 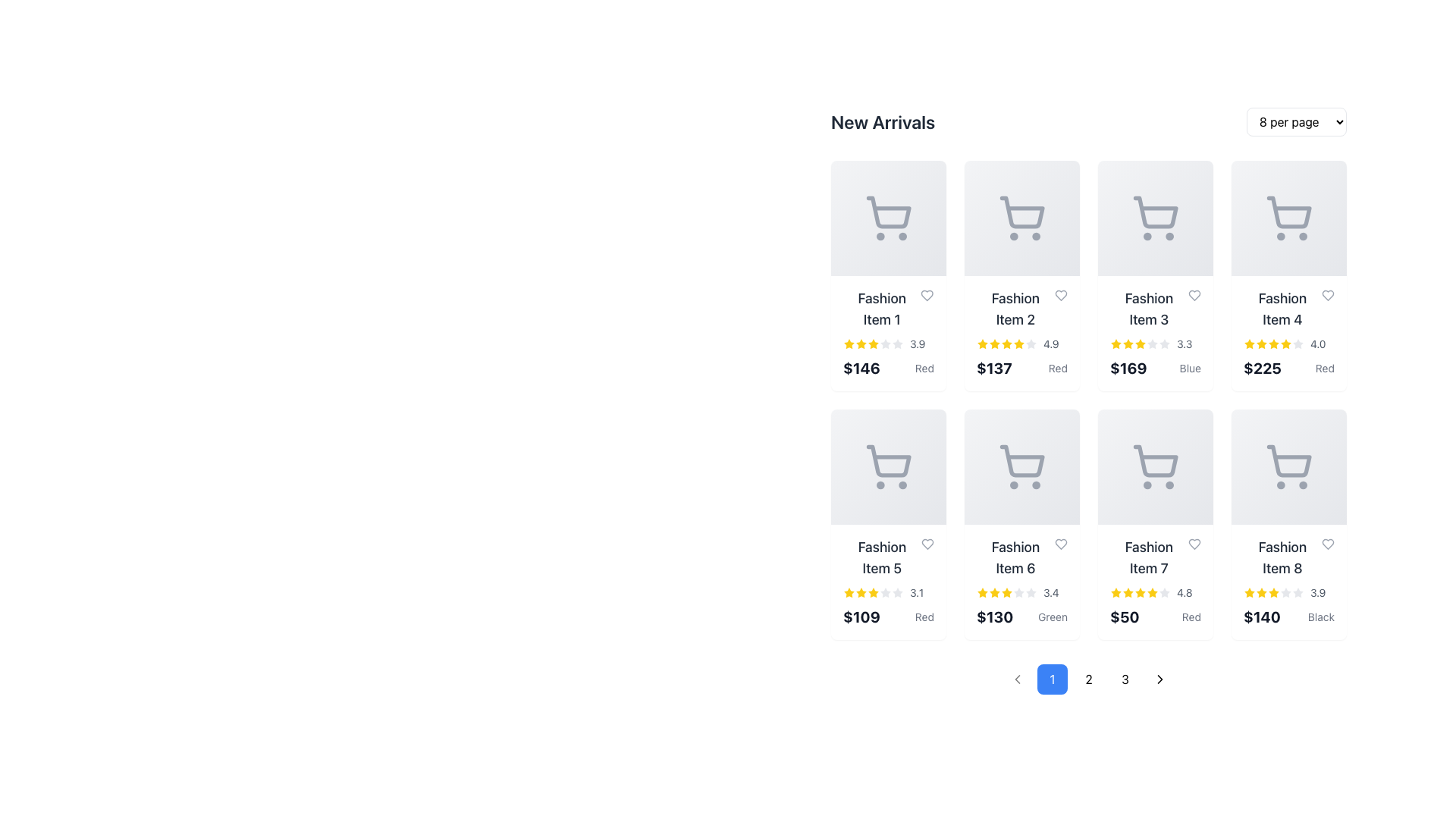 What do you see at coordinates (1149, 309) in the screenshot?
I see `text of the label displaying 'Fashion Item 3', which is styled in a prominent black bold font and located in the third item of the first row of fashion products` at bounding box center [1149, 309].